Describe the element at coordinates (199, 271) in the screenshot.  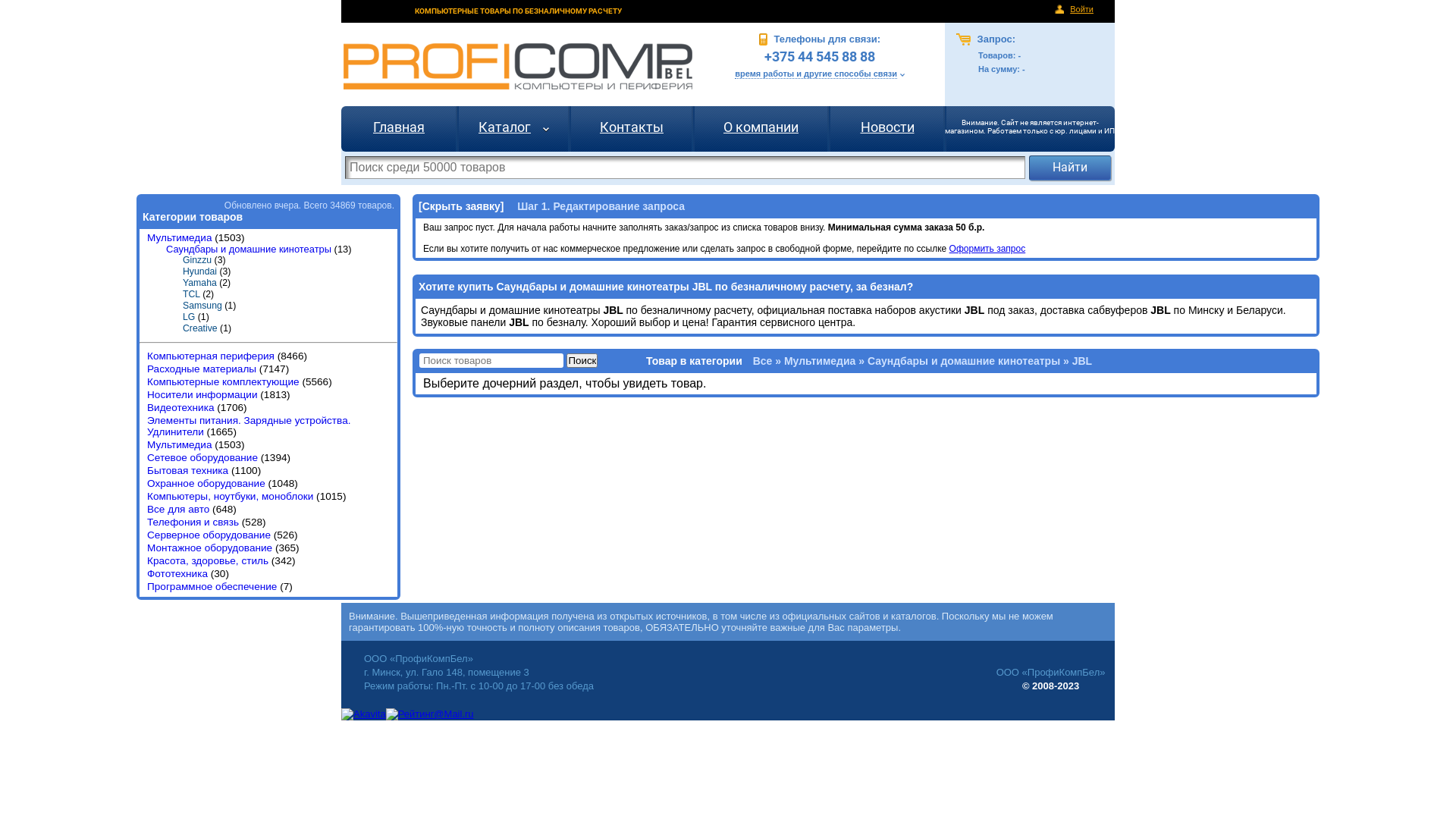
I see `'Hyundai'` at that location.